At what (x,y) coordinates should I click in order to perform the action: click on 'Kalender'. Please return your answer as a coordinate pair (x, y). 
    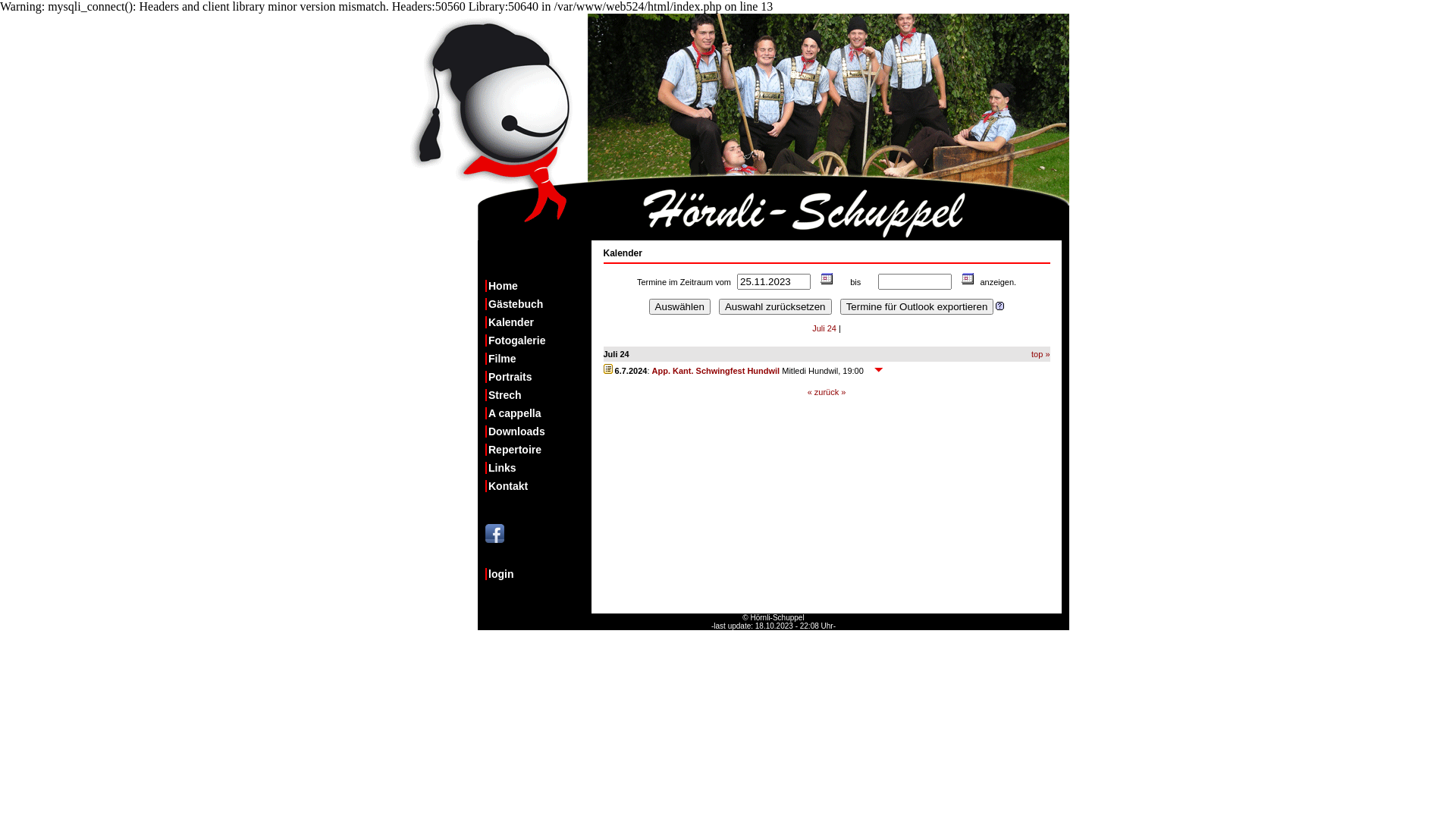
    Looking at the image, I should click on (963, 281).